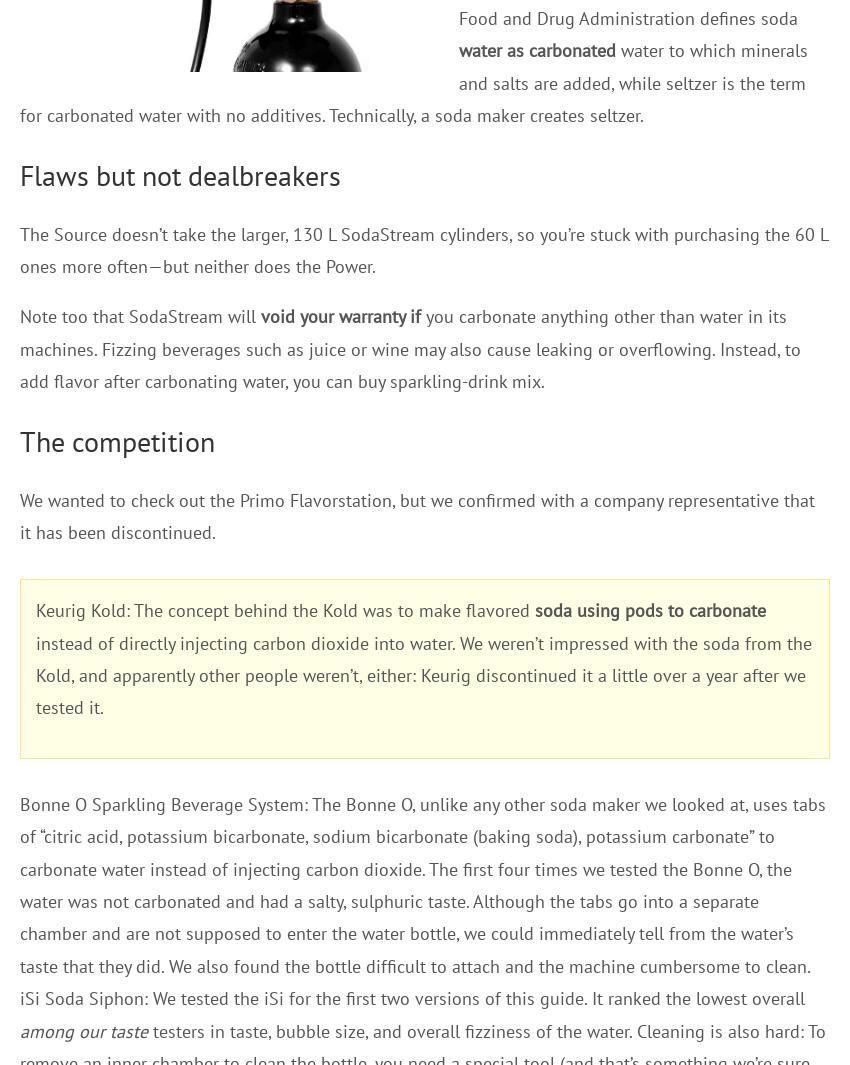 The height and width of the screenshot is (1065, 850). Describe the element at coordinates (414, 81) in the screenshot. I see `'water to which minerals and salts are added, while seltzer is the term for carbonated water with no additives. Technically, a soda maker creates seltzer.'` at that location.